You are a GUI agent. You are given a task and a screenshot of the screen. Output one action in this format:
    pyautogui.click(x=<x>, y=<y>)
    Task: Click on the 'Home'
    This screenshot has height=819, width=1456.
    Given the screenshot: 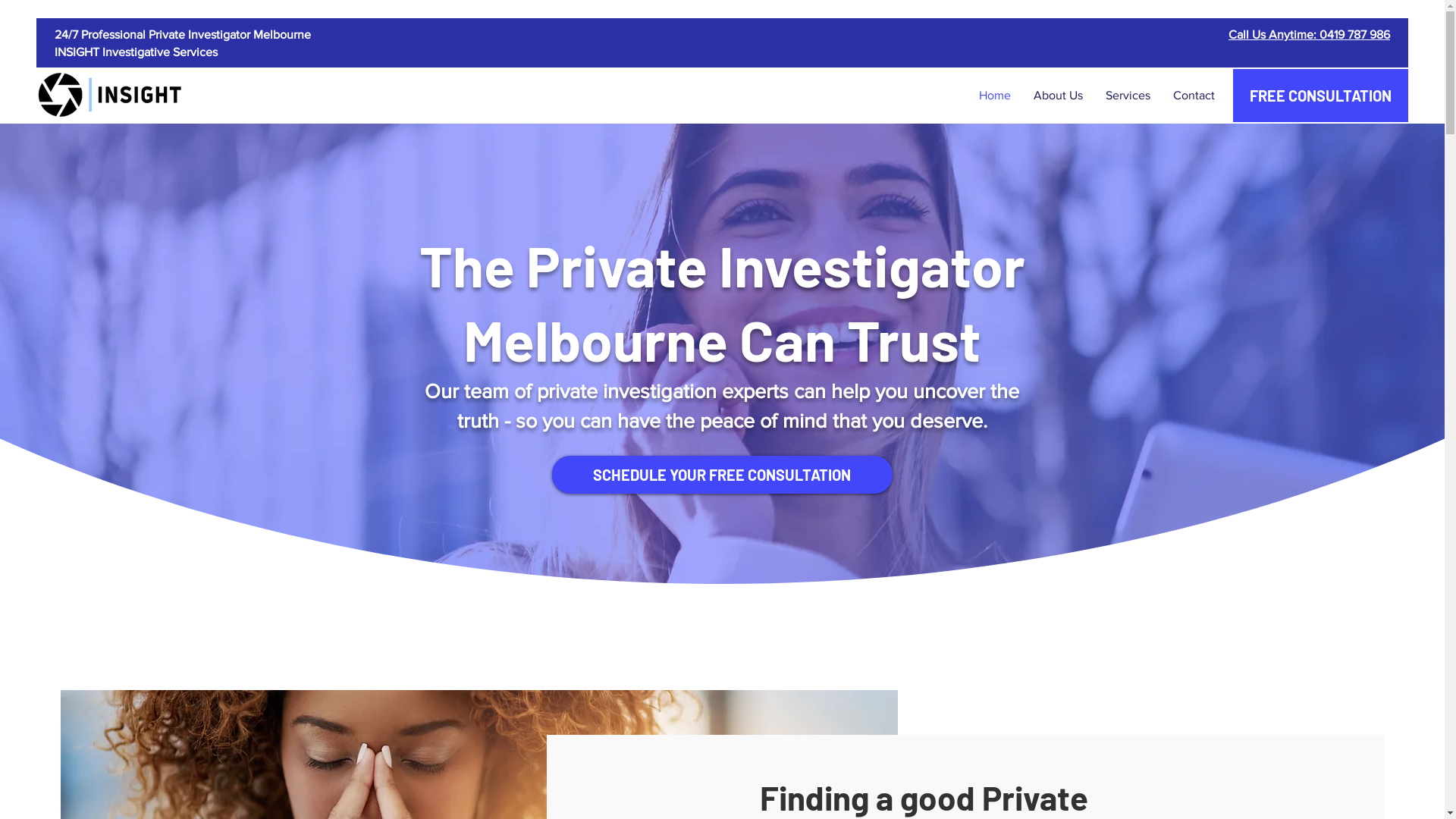 What is the action you would take?
    pyautogui.click(x=994, y=96)
    